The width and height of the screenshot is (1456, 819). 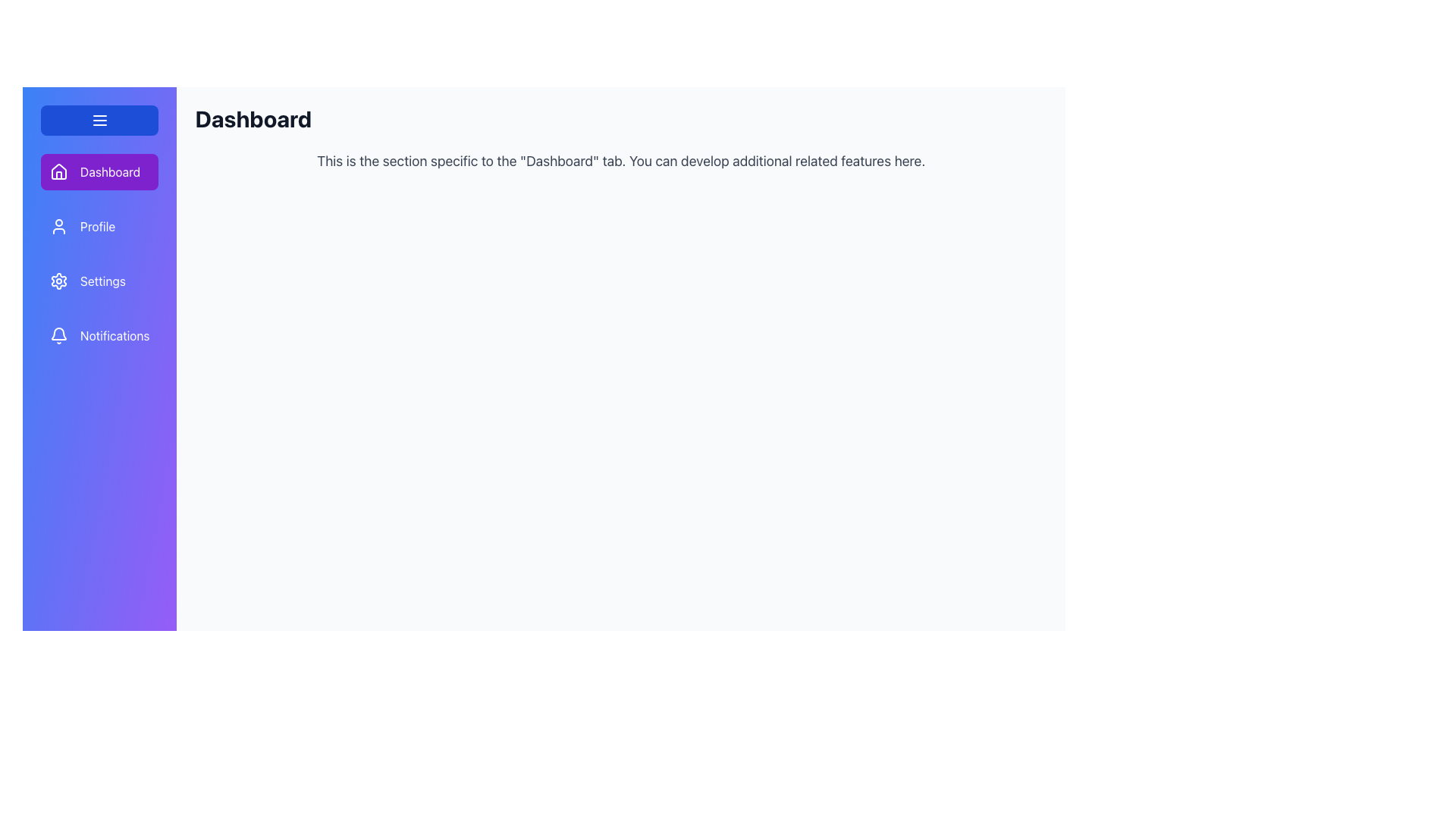 I want to click on the 'Profile' navigation button located in the sidebar, so click(x=99, y=227).